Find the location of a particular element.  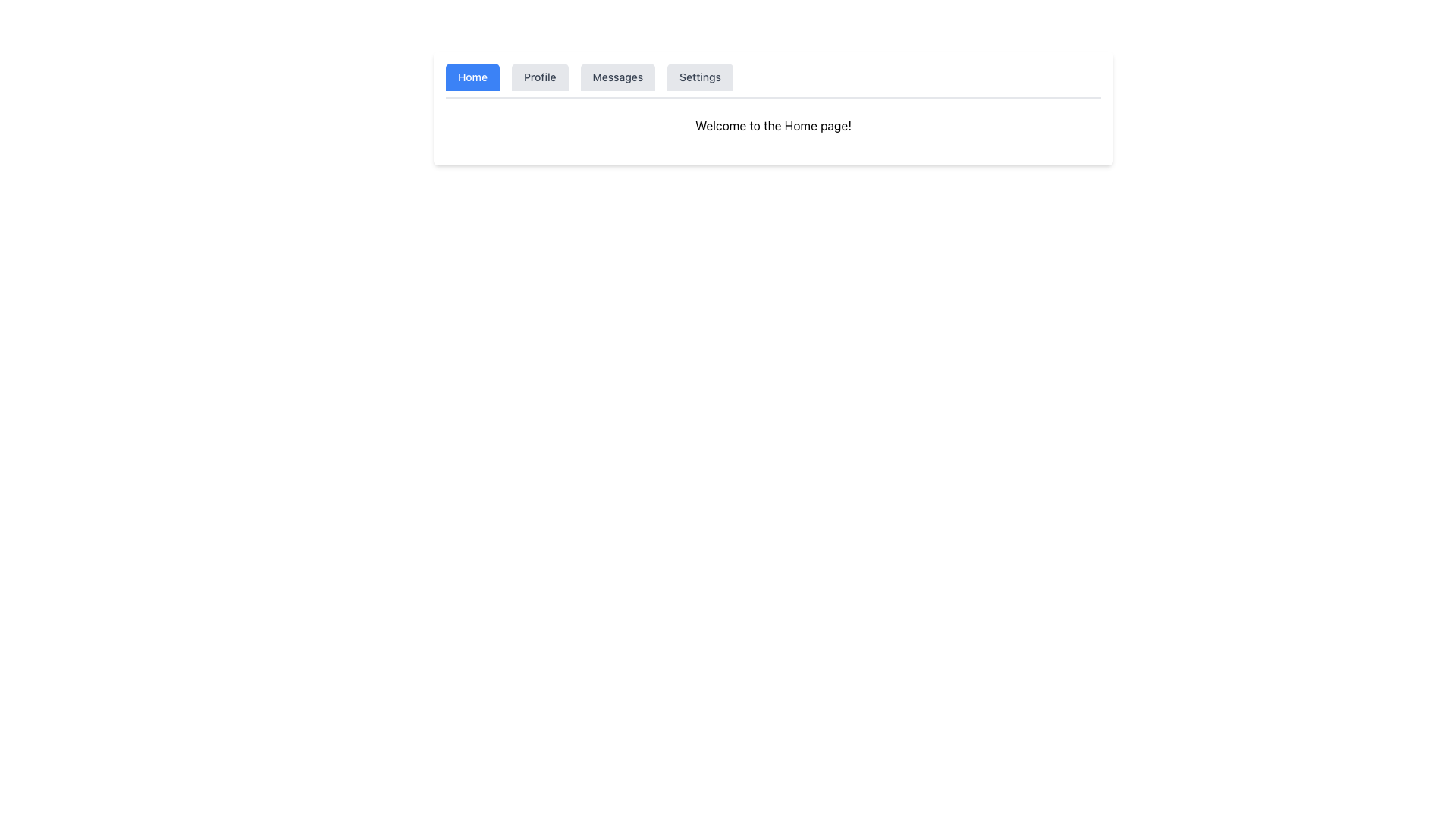

the text element that reads 'Welcome to the Home page!', which is centrally positioned below the navigation tabs is located at coordinates (773, 124).